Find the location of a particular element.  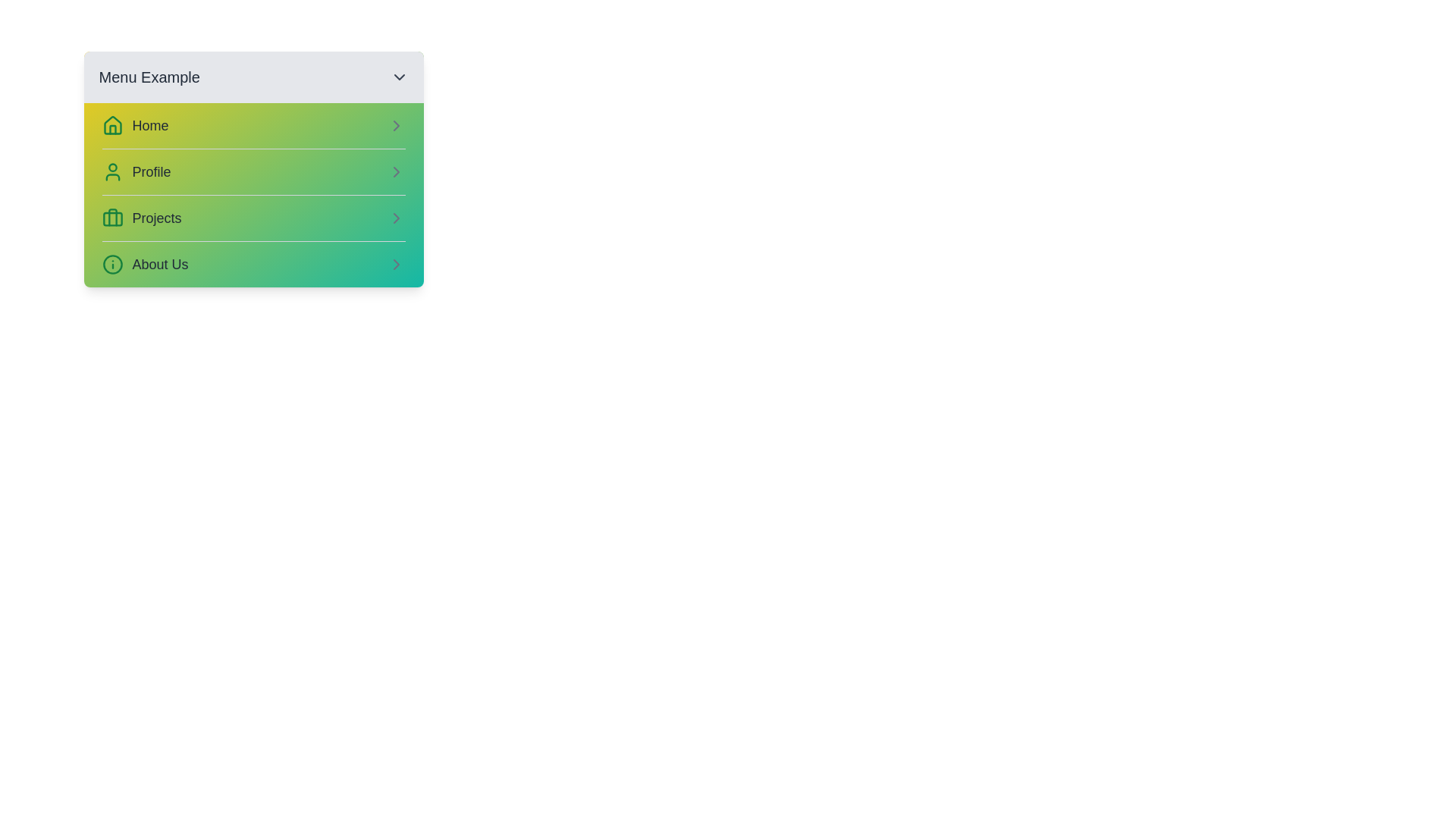

the menu item About Us is located at coordinates (253, 263).